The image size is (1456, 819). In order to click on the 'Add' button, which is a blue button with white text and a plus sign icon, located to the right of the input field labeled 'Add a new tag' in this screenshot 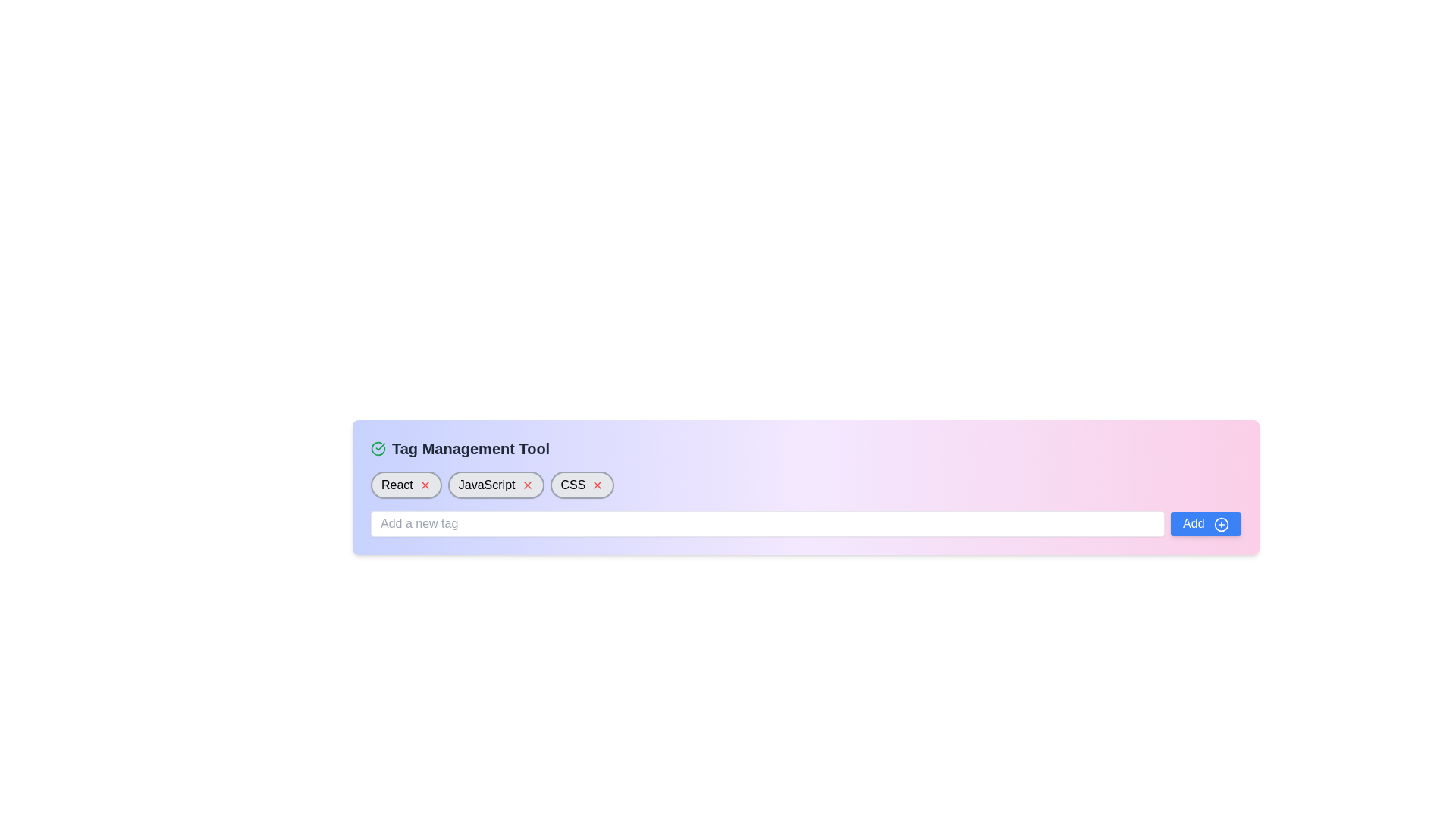, I will do `click(1205, 522)`.